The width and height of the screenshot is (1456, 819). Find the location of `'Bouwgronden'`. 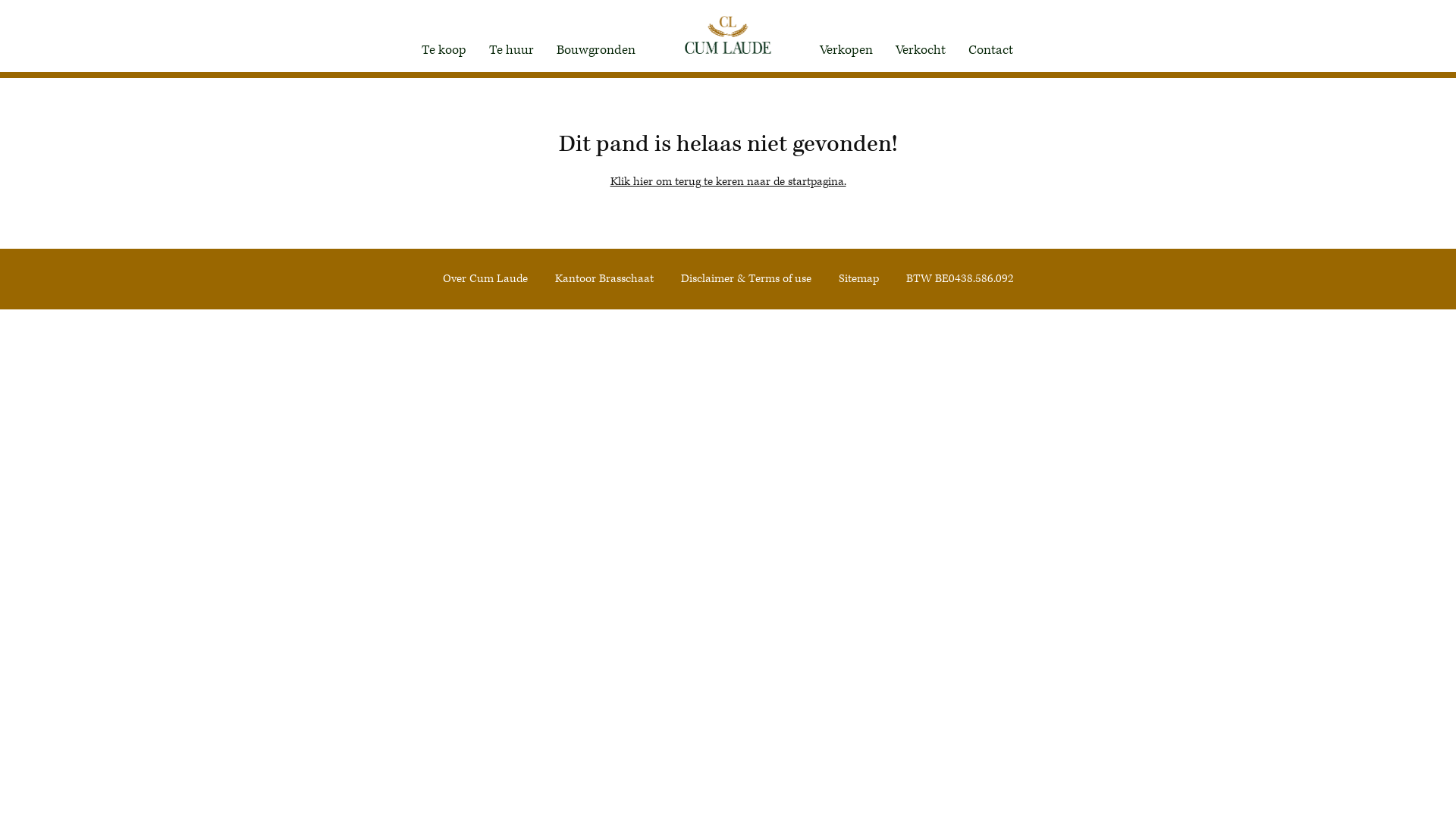

'Bouwgronden' is located at coordinates (595, 49).